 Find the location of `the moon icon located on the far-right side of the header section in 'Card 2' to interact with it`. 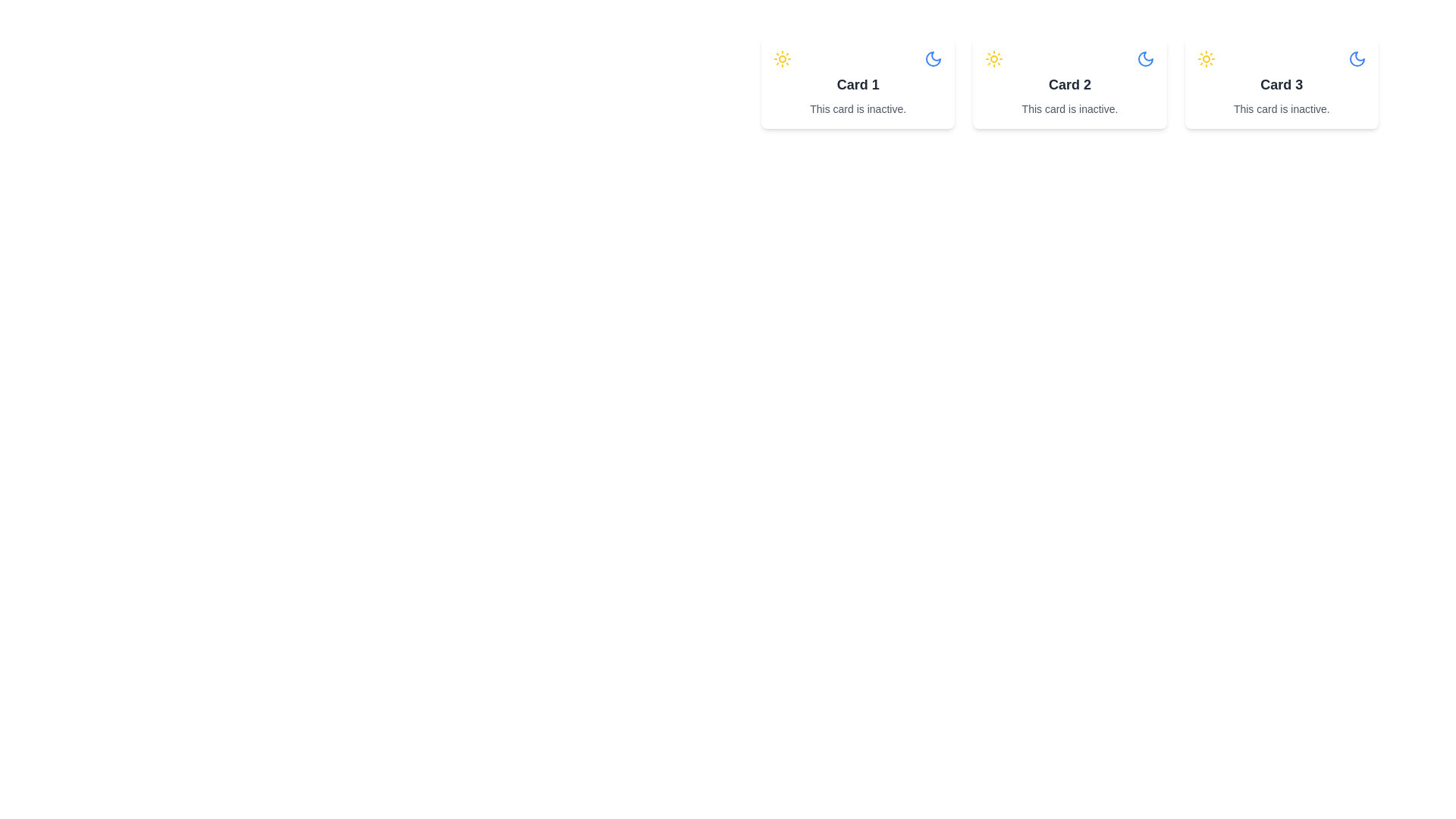

the moon icon located on the far-right side of the header section in 'Card 2' to interact with it is located at coordinates (1145, 58).